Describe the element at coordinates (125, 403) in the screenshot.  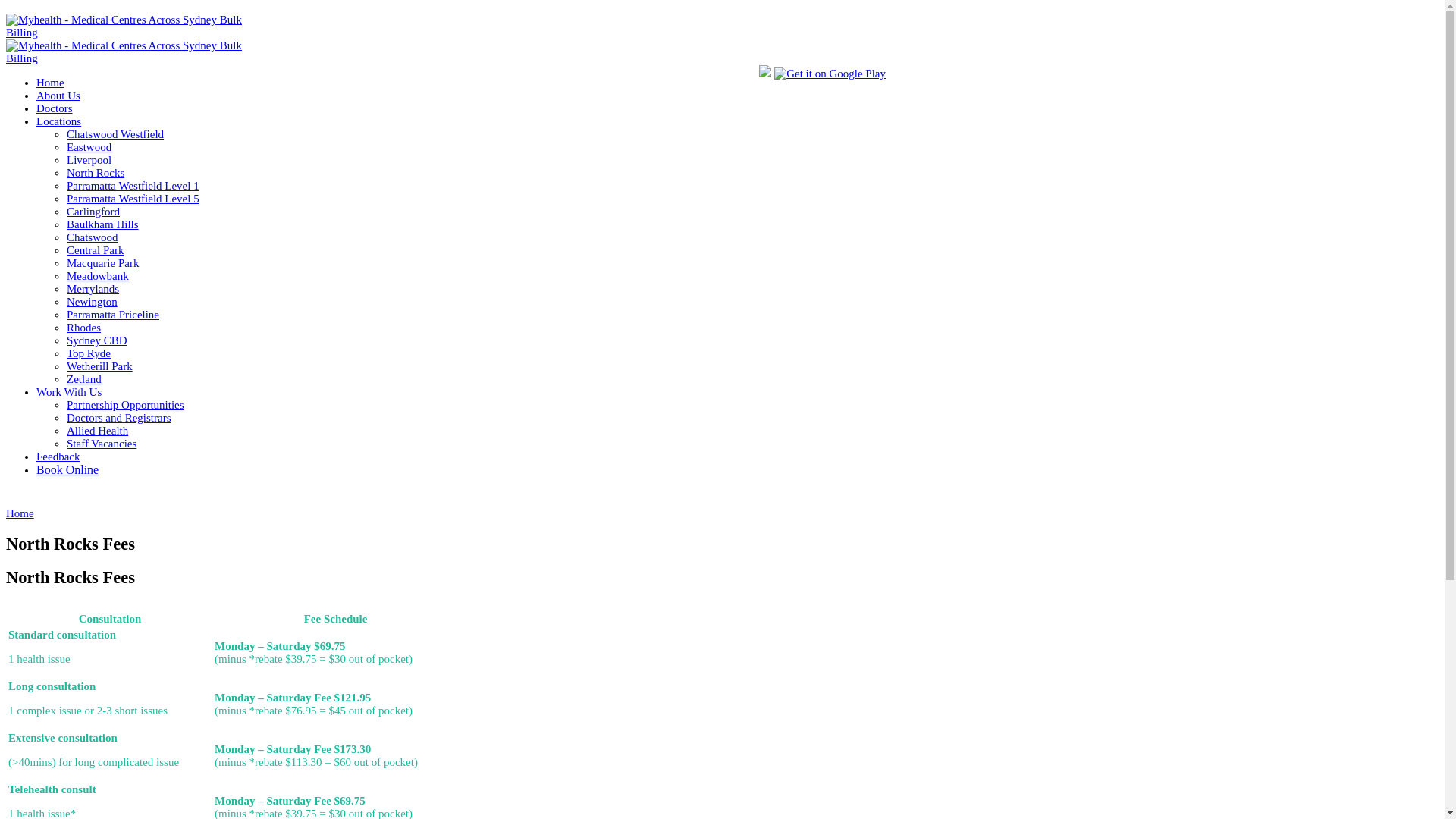
I see `'Partnership Opportunities'` at that location.